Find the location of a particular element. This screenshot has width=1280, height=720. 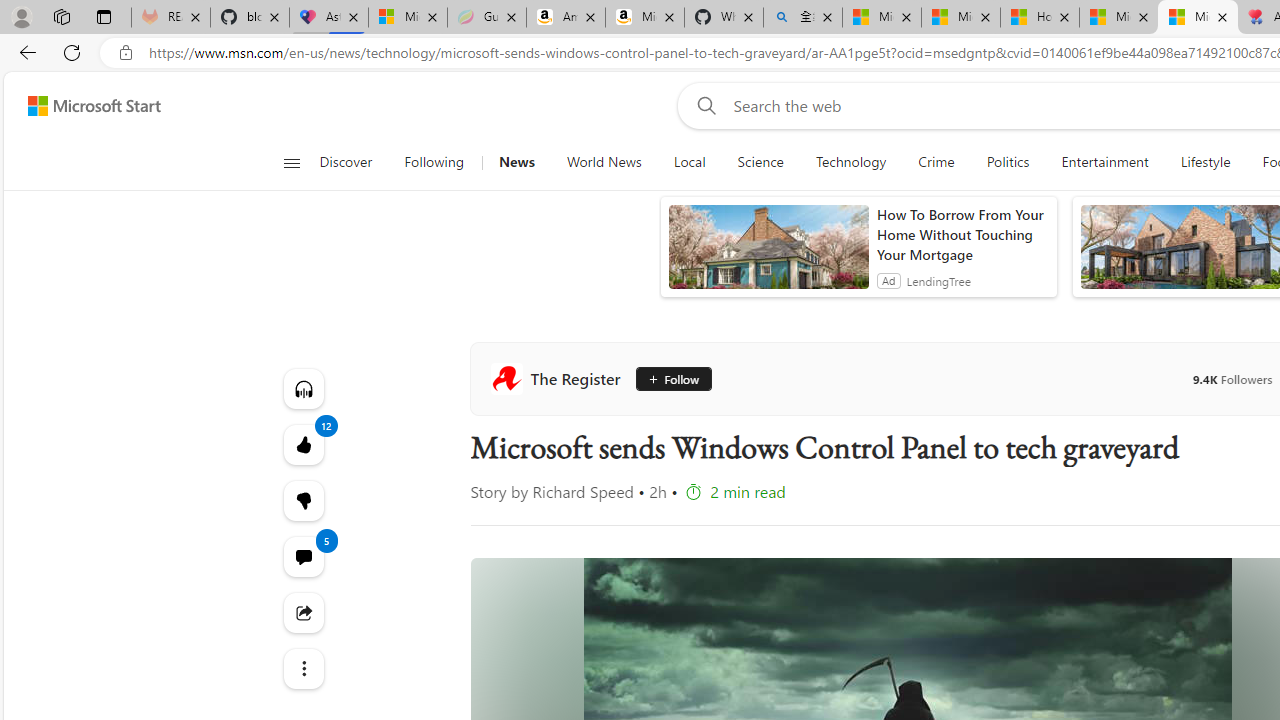

'anim-content' is located at coordinates (767, 254).